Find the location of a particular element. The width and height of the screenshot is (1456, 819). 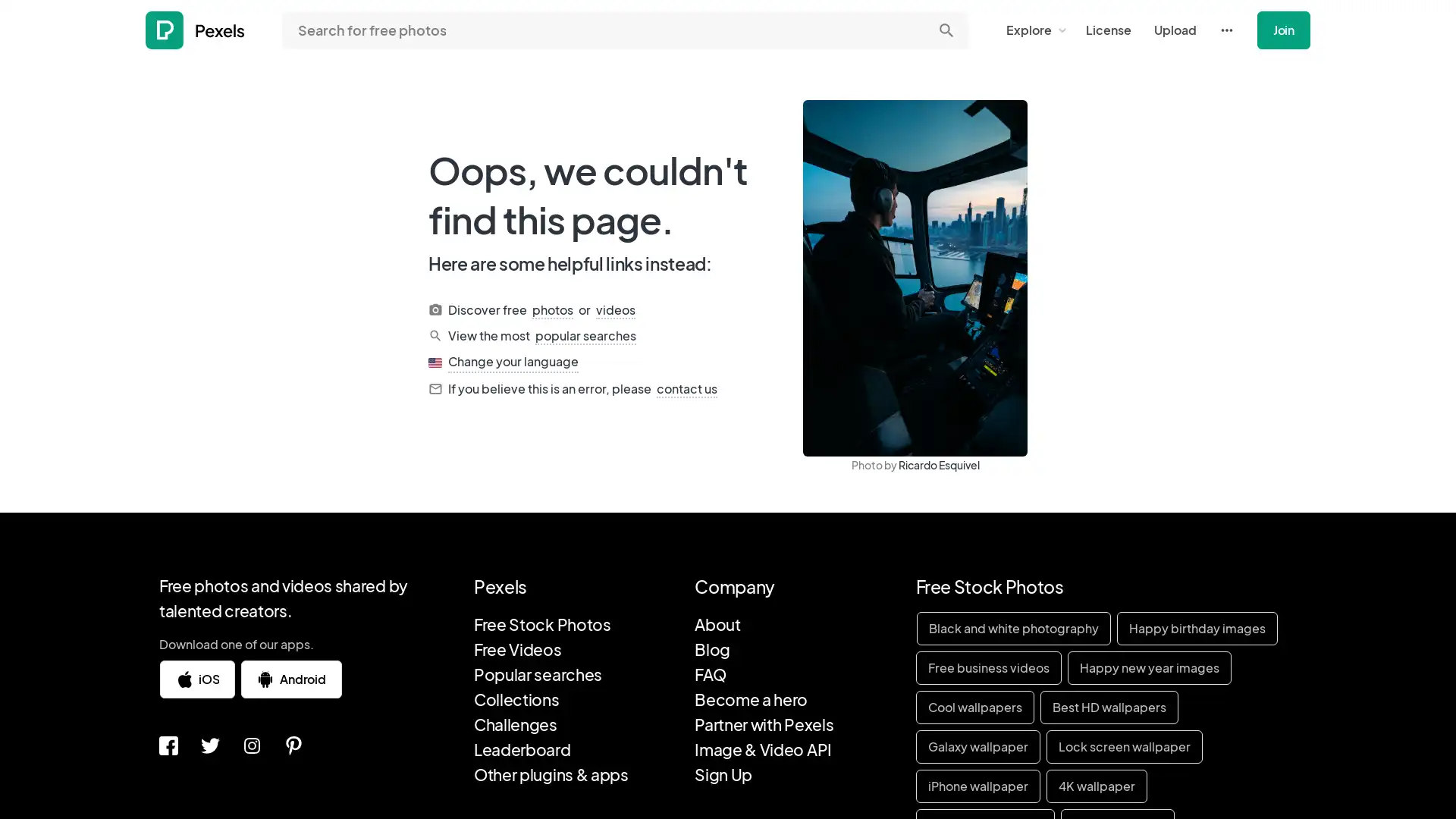

Change your language is located at coordinates (513, 362).